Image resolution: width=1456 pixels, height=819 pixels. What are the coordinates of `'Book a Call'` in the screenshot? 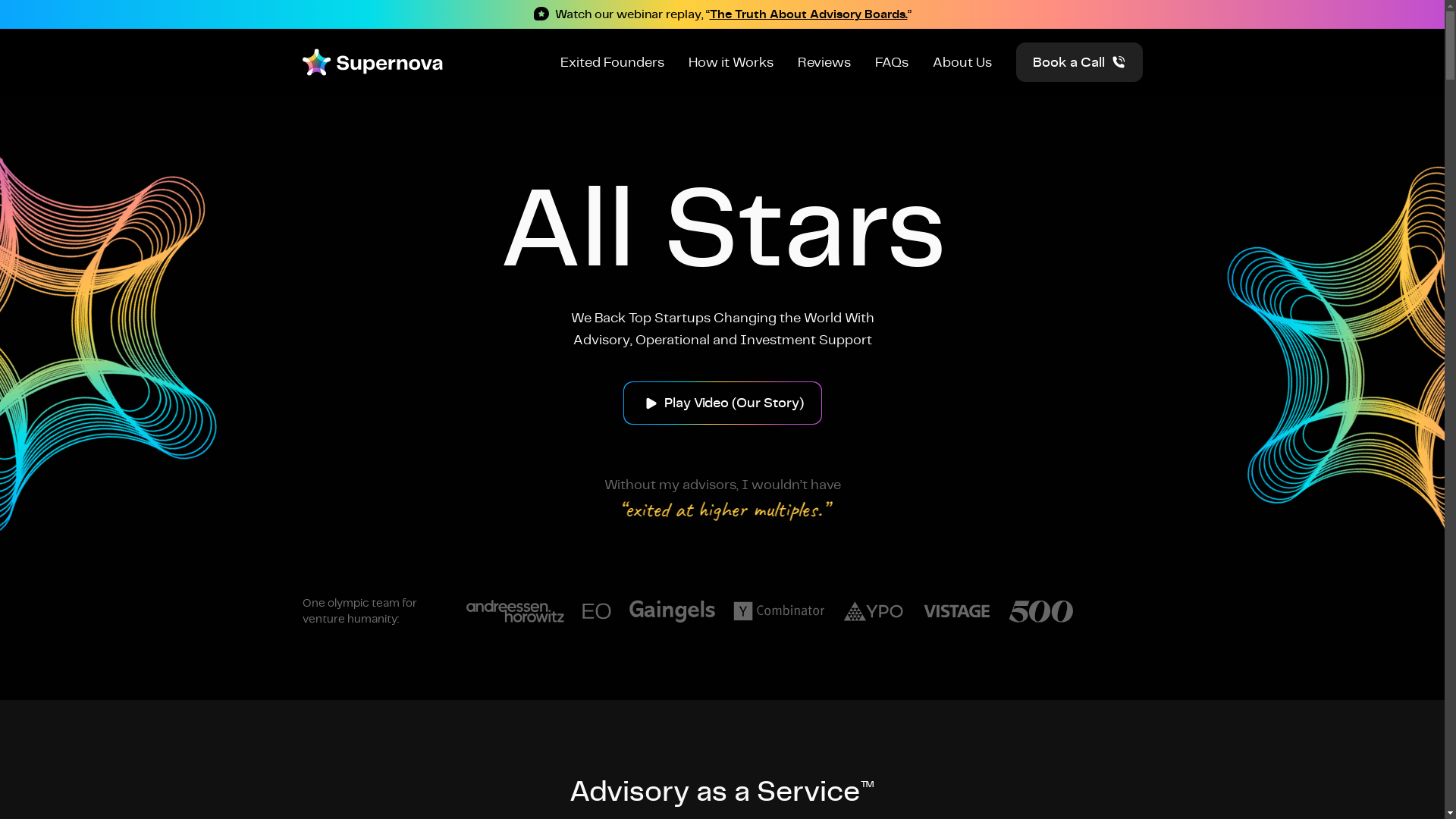 It's located at (1078, 61).